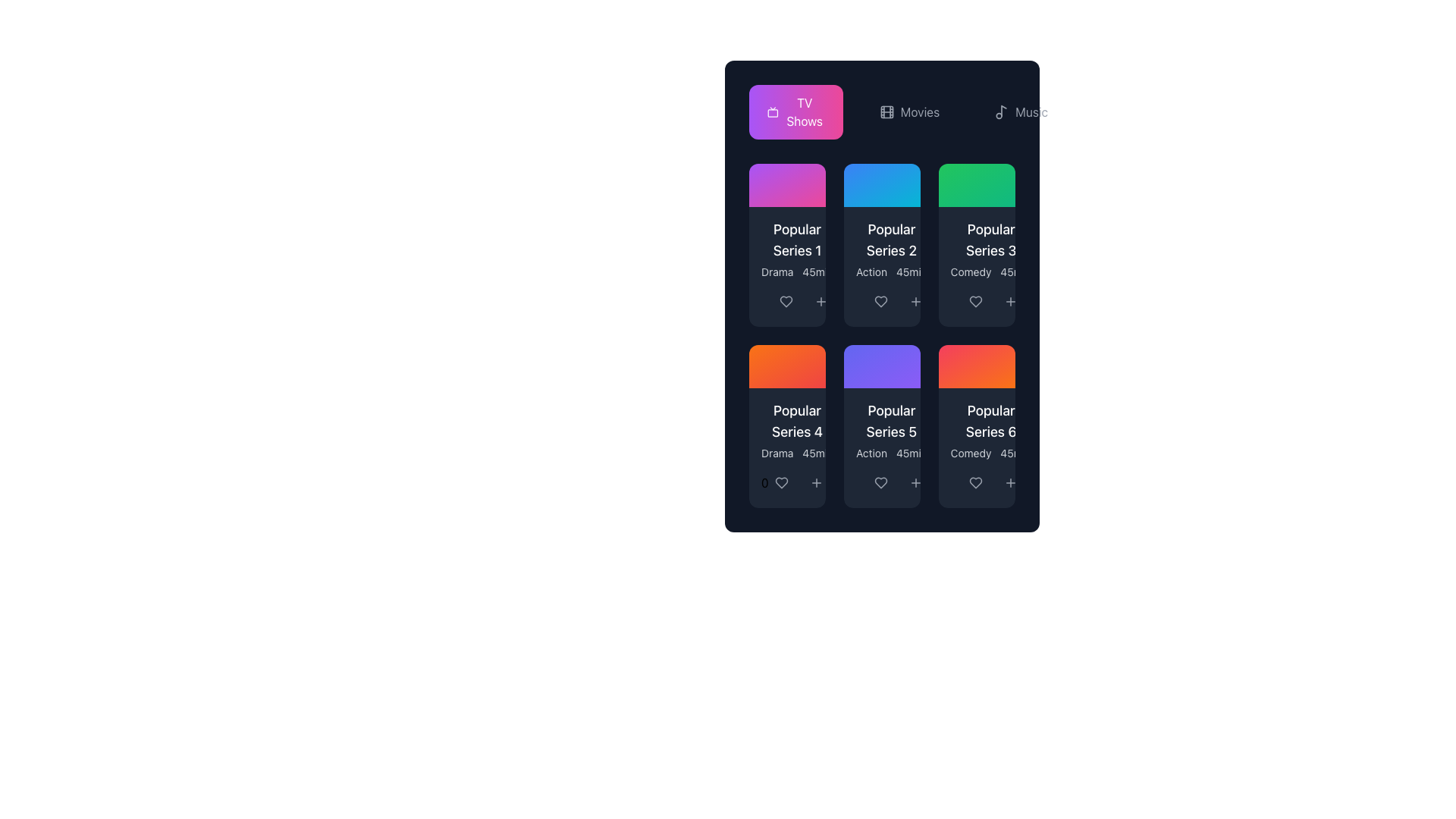 This screenshot has width=1456, height=819. I want to click on the heart-shaped icon located in the fourth card of the grid layout to express a 'like' or 'favorite' action, so click(781, 482).